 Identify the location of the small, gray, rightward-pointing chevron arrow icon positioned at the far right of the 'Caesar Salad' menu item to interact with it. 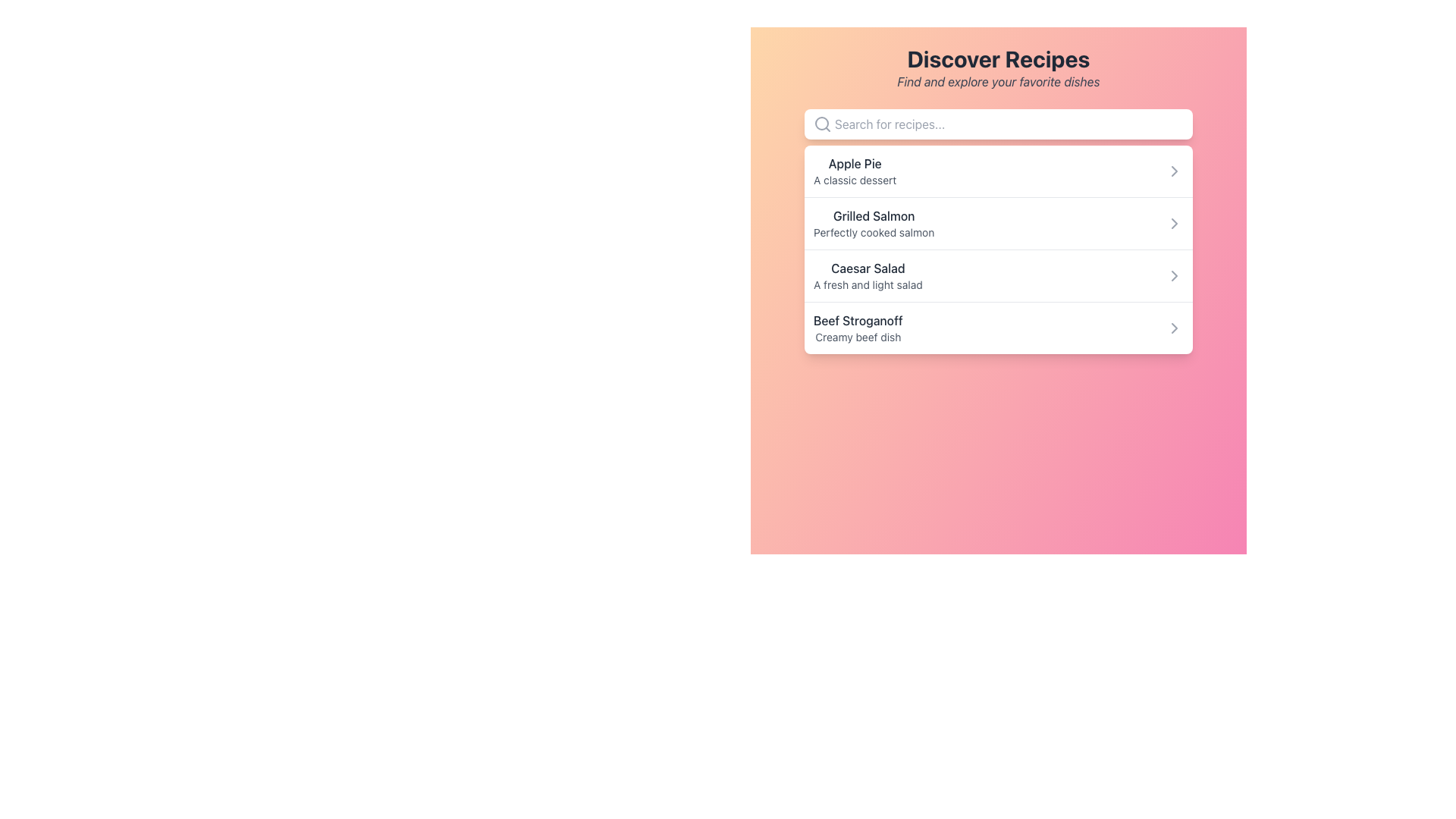
(1174, 275).